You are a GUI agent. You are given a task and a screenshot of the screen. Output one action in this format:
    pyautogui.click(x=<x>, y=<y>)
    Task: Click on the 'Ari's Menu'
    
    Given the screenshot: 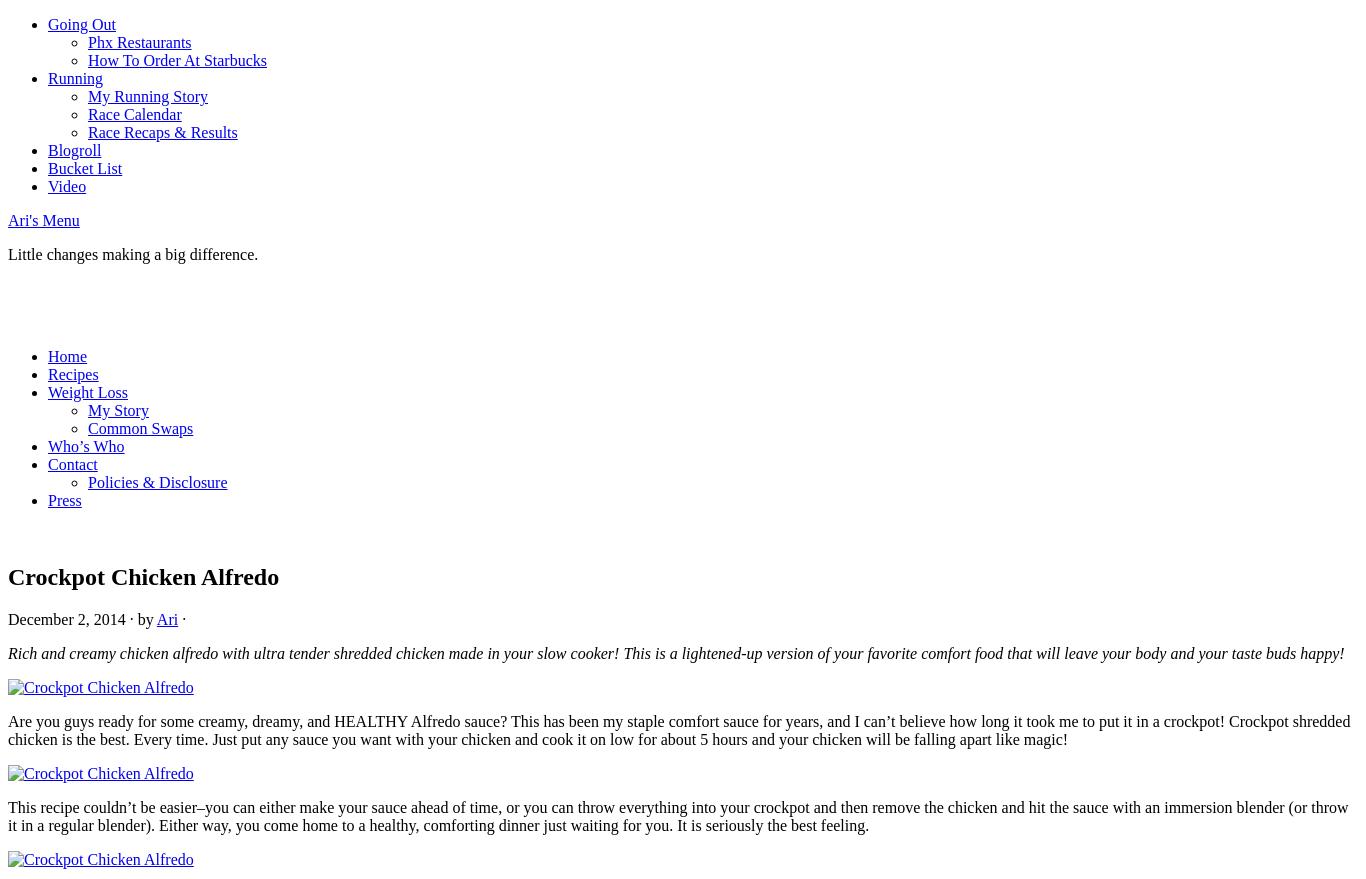 What is the action you would take?
    pyautogui.click(x=43, y=220)
    